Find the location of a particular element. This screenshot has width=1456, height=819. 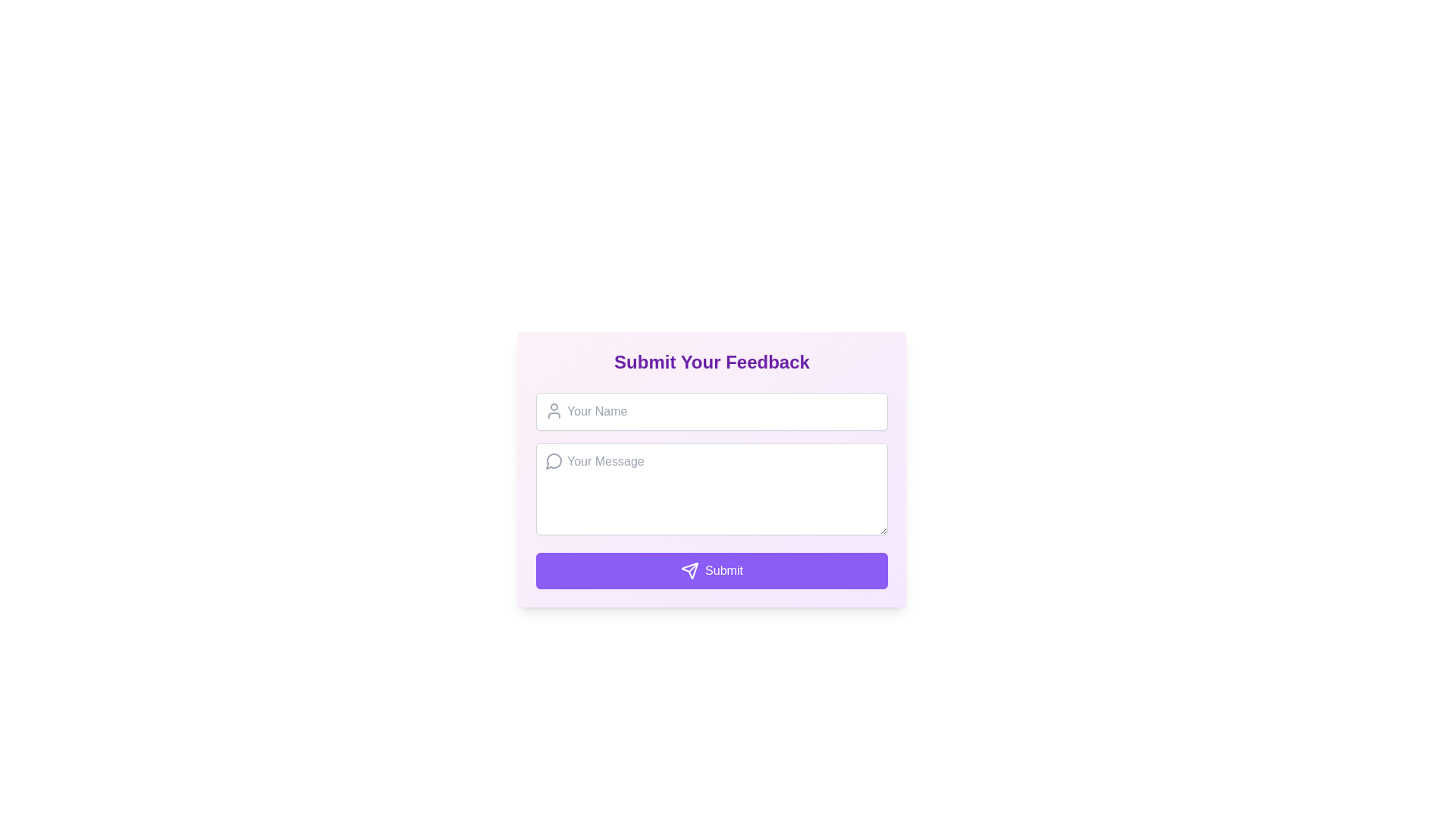

the 'Submit' button with a violet background and white text, located centrally at the bottom of the form is located at coordinates (711, 570).